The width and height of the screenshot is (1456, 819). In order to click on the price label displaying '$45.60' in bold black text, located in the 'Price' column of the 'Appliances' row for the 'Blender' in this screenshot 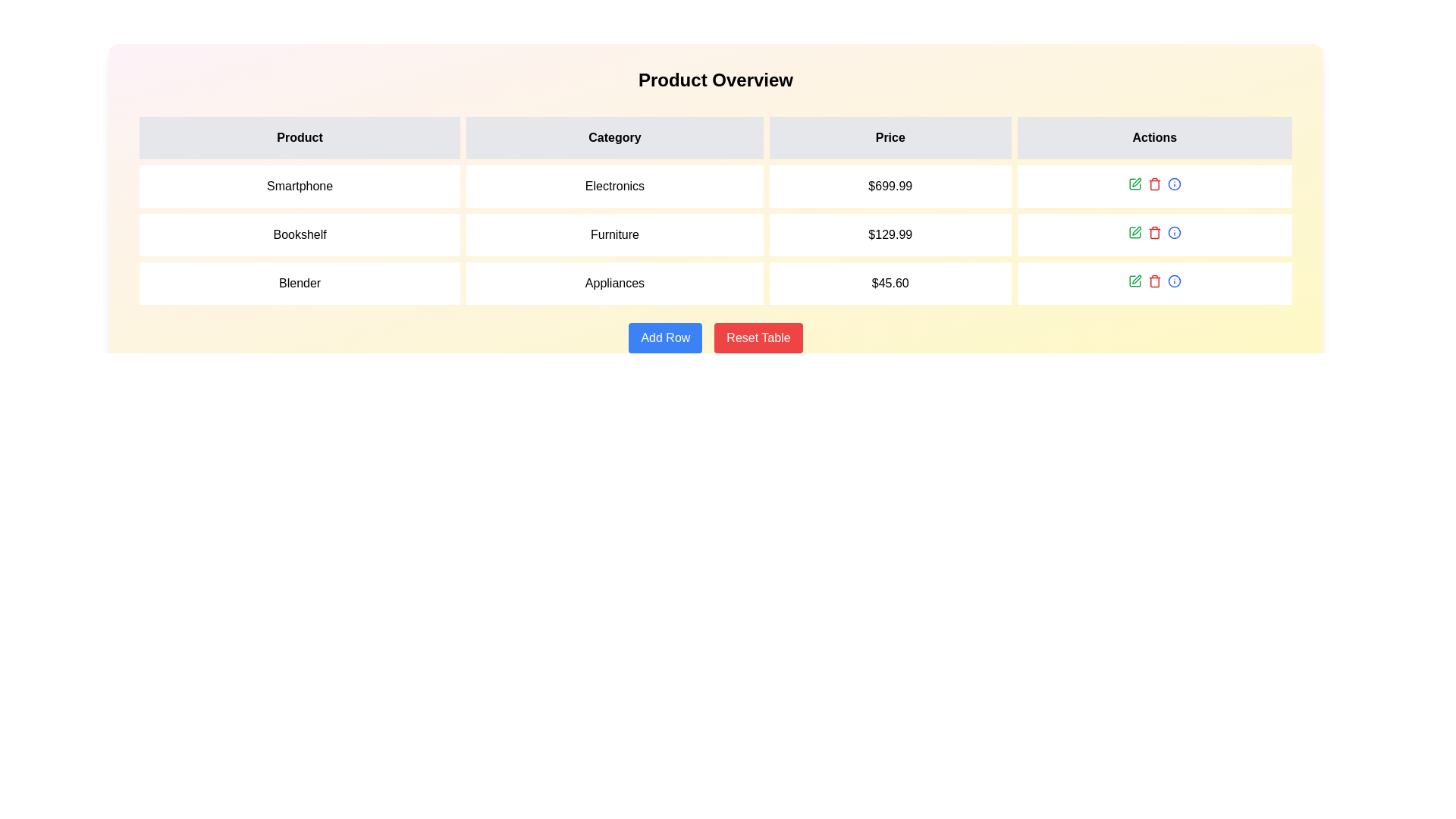, I will do `click(890, 284)`.